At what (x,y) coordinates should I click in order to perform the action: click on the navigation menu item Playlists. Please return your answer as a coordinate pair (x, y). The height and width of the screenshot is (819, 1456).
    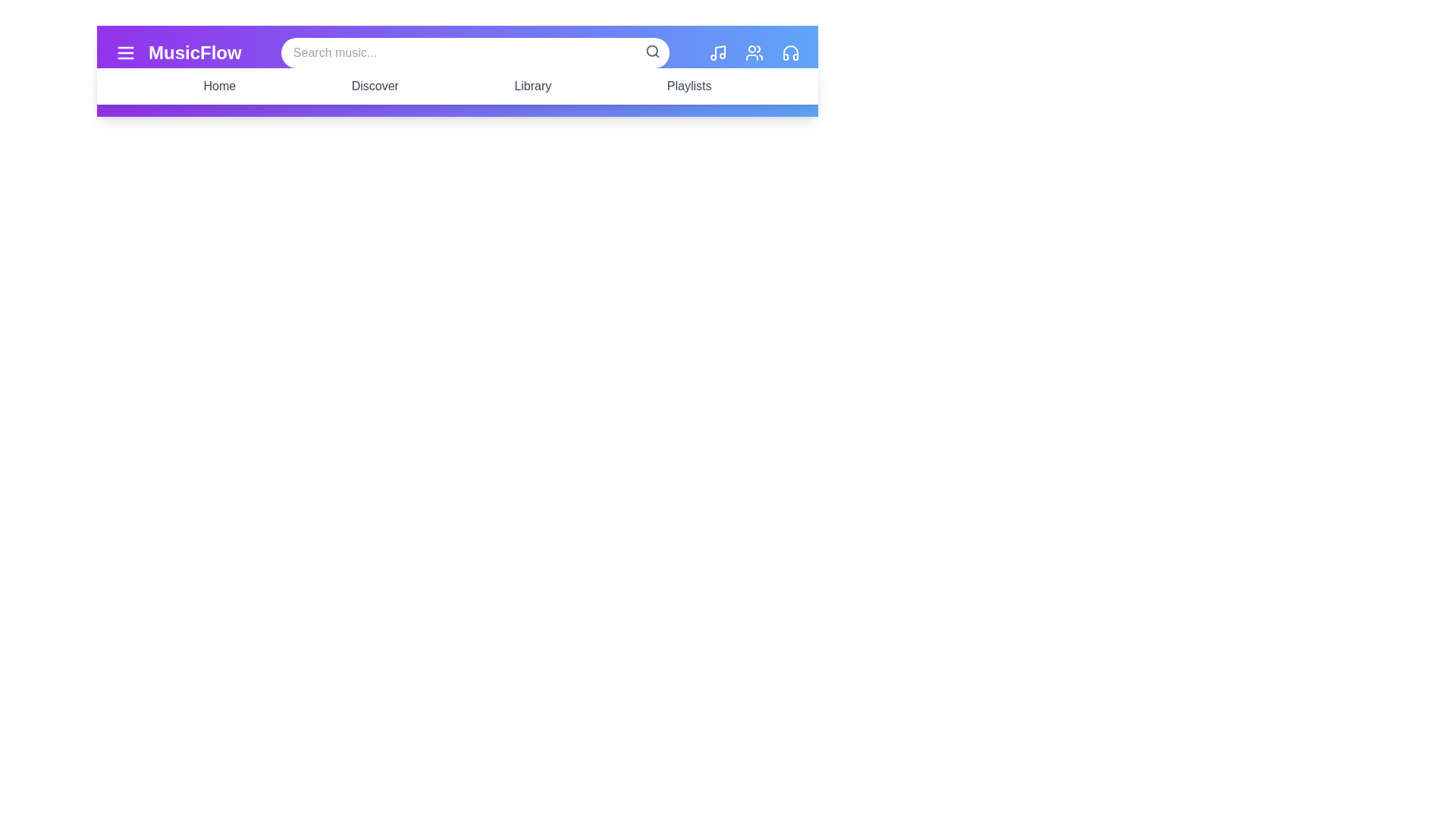
    Looking at the image, I should click on (689, 86).